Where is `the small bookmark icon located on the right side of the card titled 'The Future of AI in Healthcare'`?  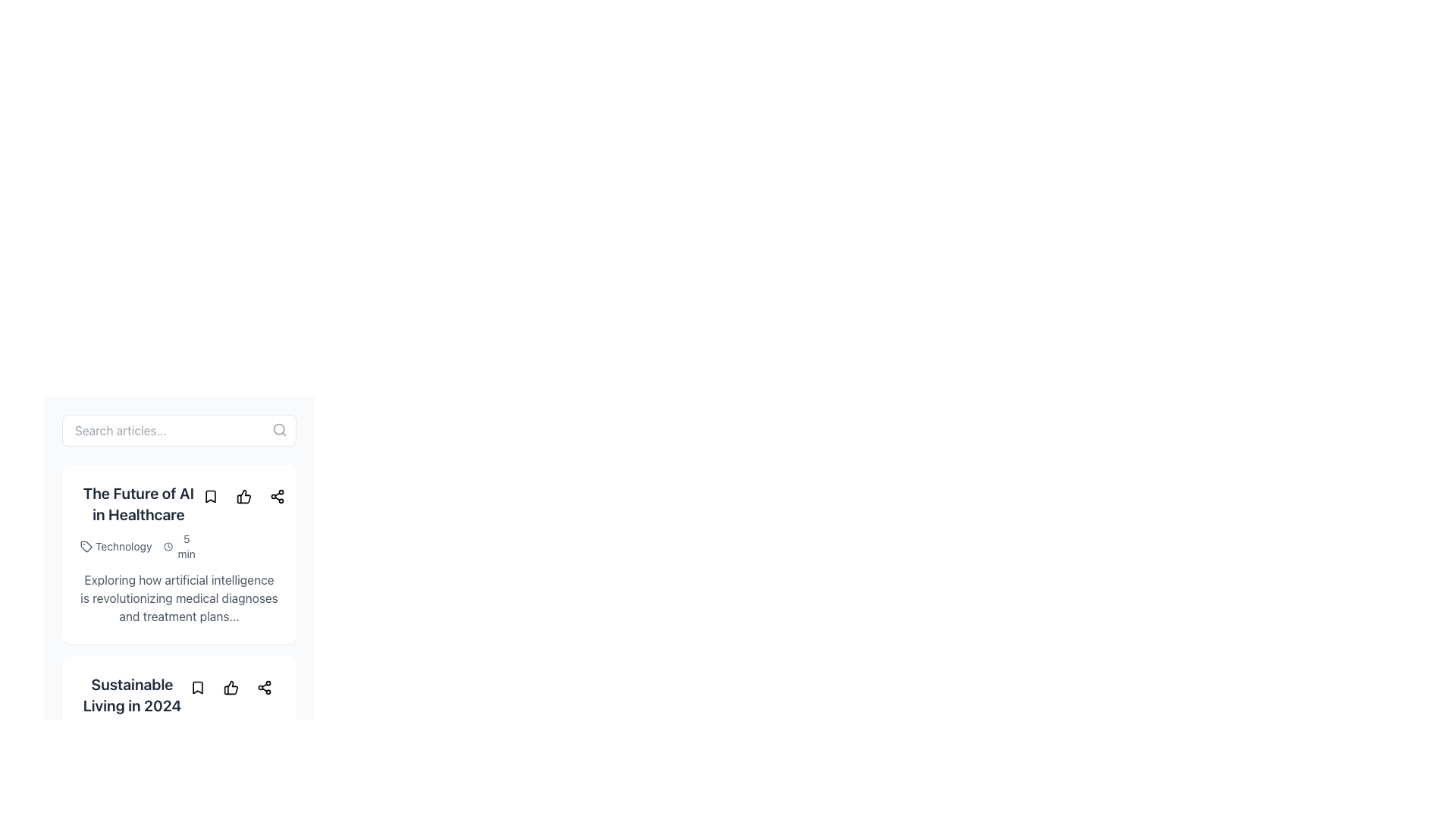 the small bookmark icon located on the right side of the card titled 'The Future of AI in Healthcare' is located at coordinates (209, 497).